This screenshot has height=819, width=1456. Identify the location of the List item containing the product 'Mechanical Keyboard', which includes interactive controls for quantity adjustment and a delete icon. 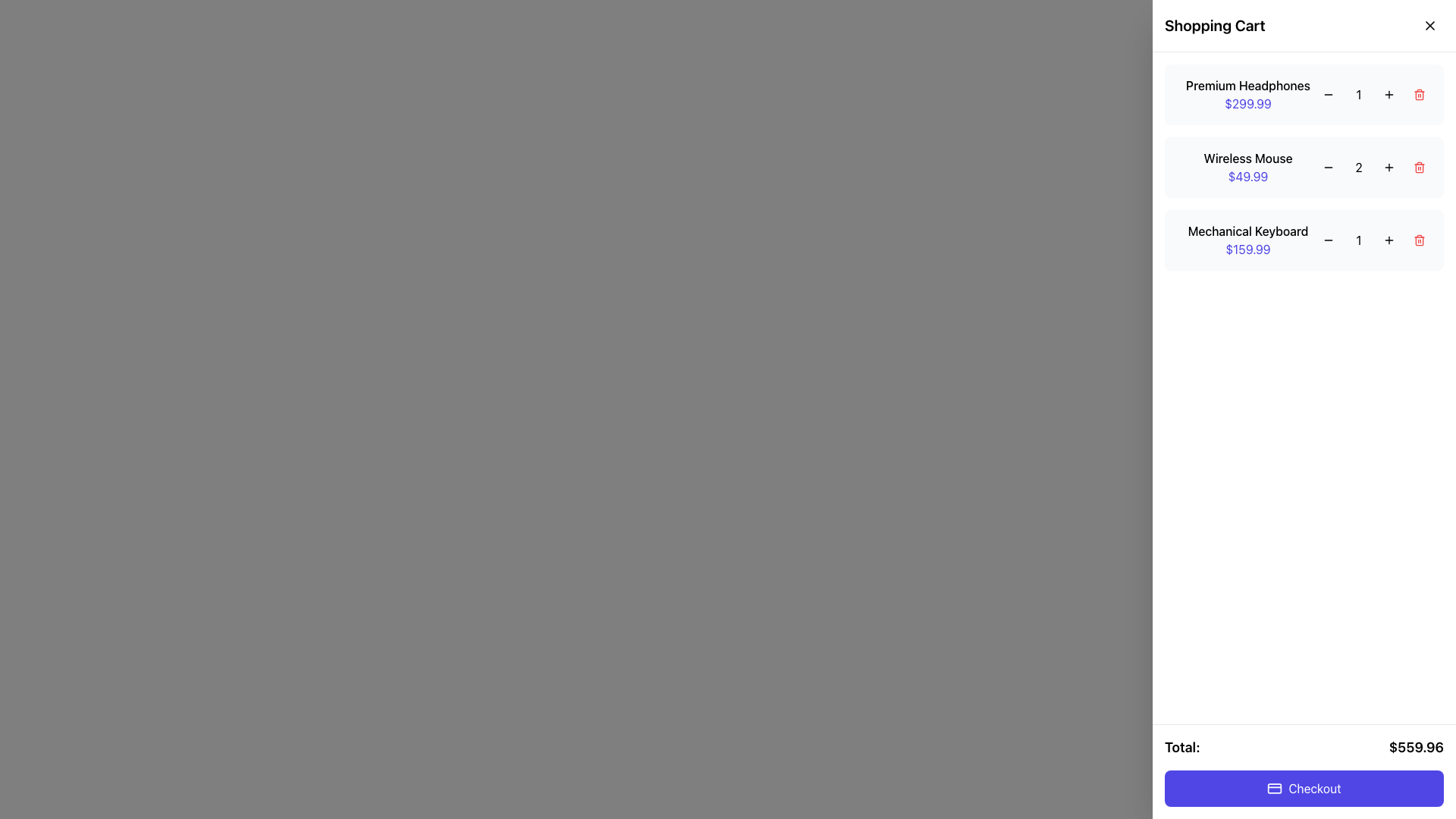
(1303, 239).